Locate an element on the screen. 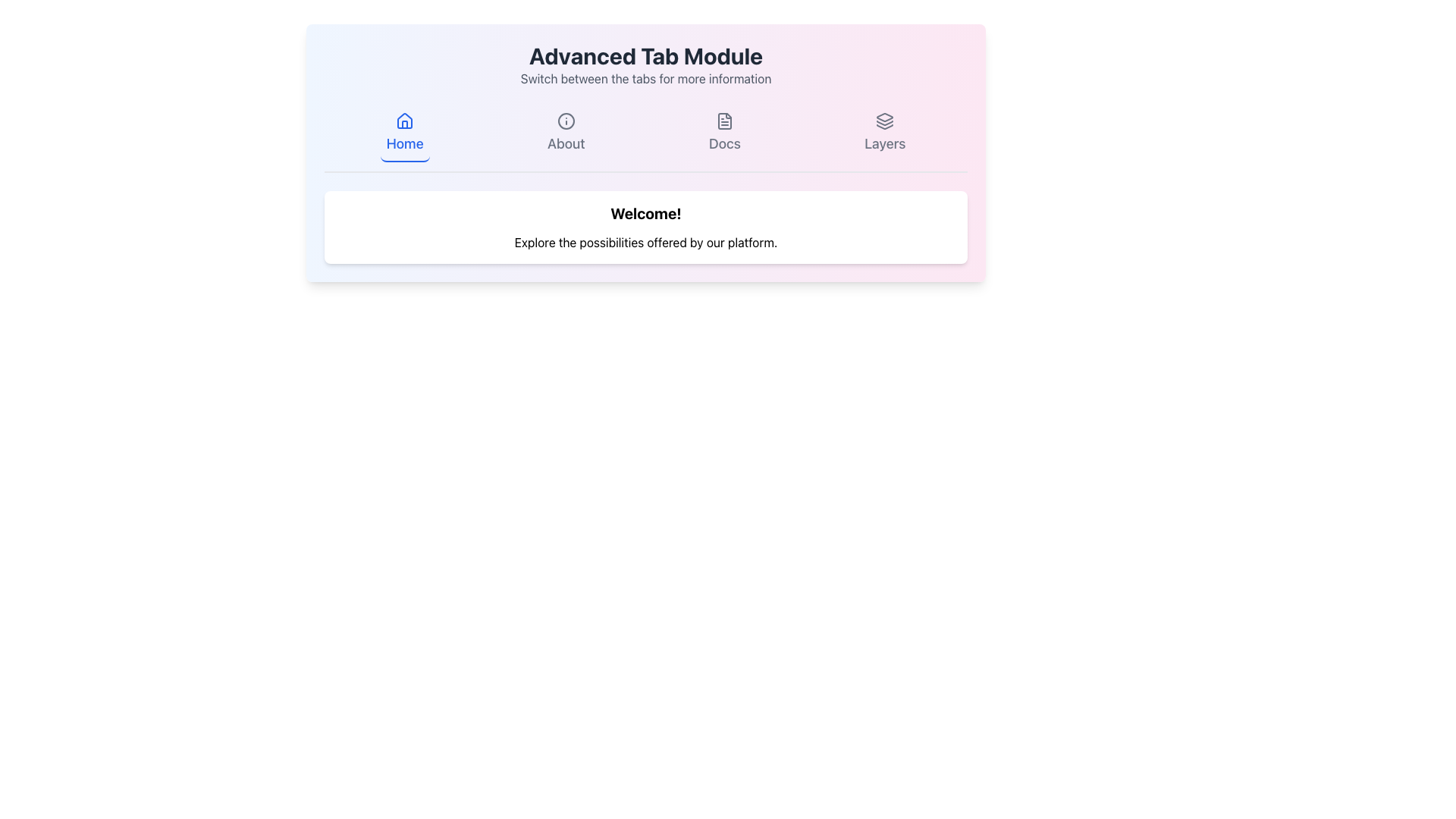 The width and height of the screenshot is (1456, 819). the 'Docs' icon in the navigation bar is located at coordinates (723, 120).